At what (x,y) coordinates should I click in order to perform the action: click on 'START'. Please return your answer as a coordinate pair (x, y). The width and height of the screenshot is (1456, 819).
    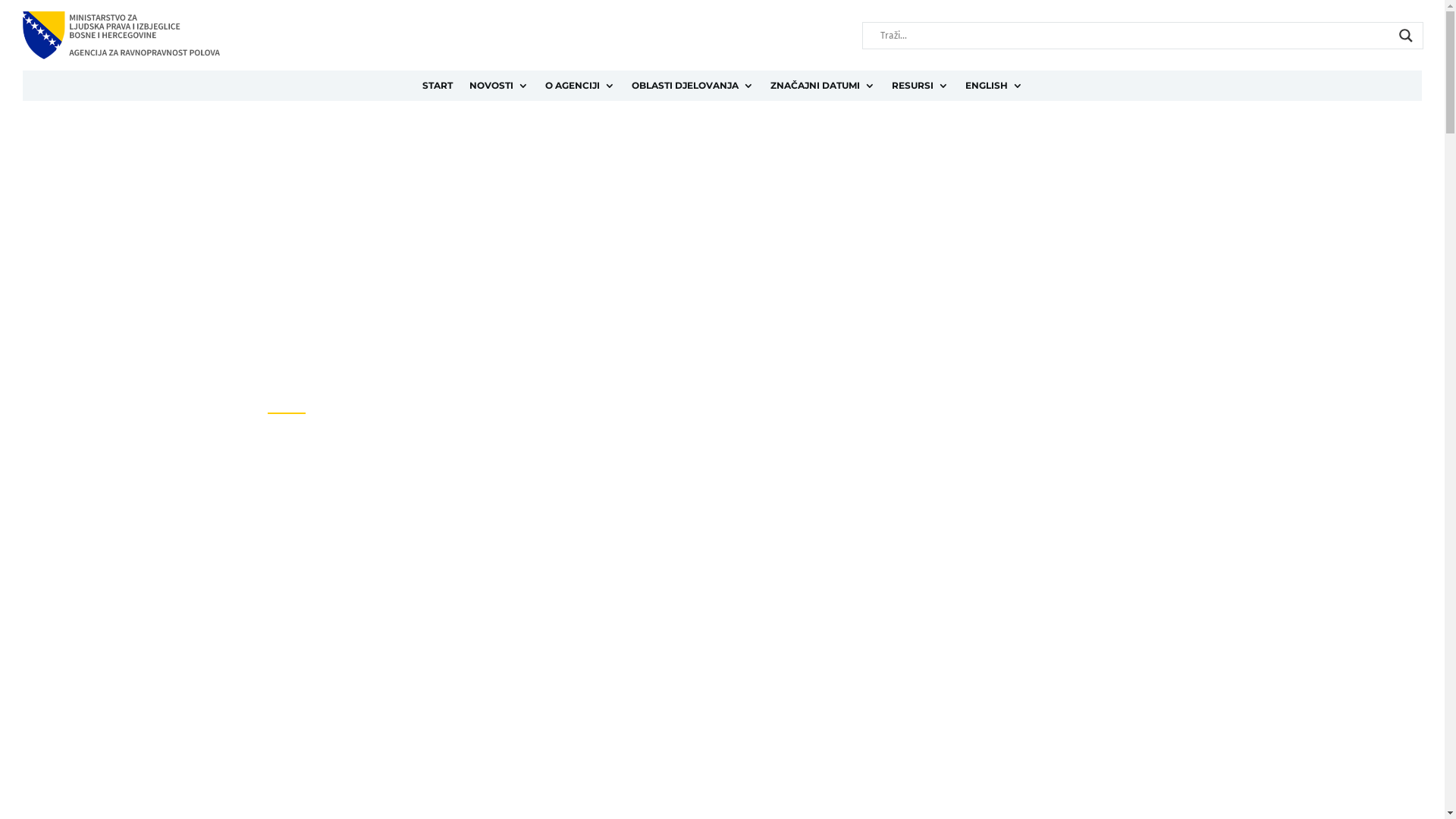
    Looking at the image, I should click on (436, 88).